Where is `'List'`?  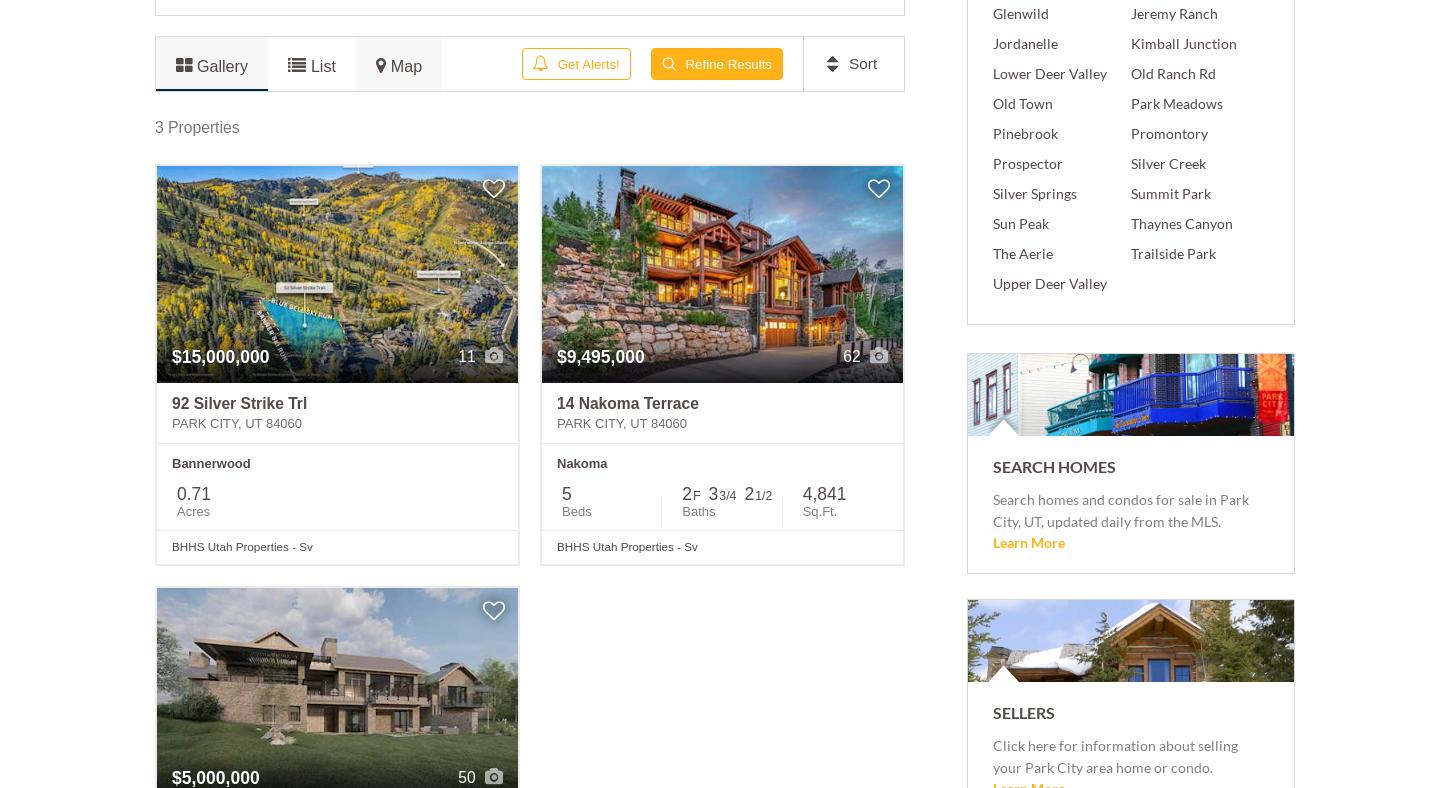
'List' is located at coordinates (322, 65).